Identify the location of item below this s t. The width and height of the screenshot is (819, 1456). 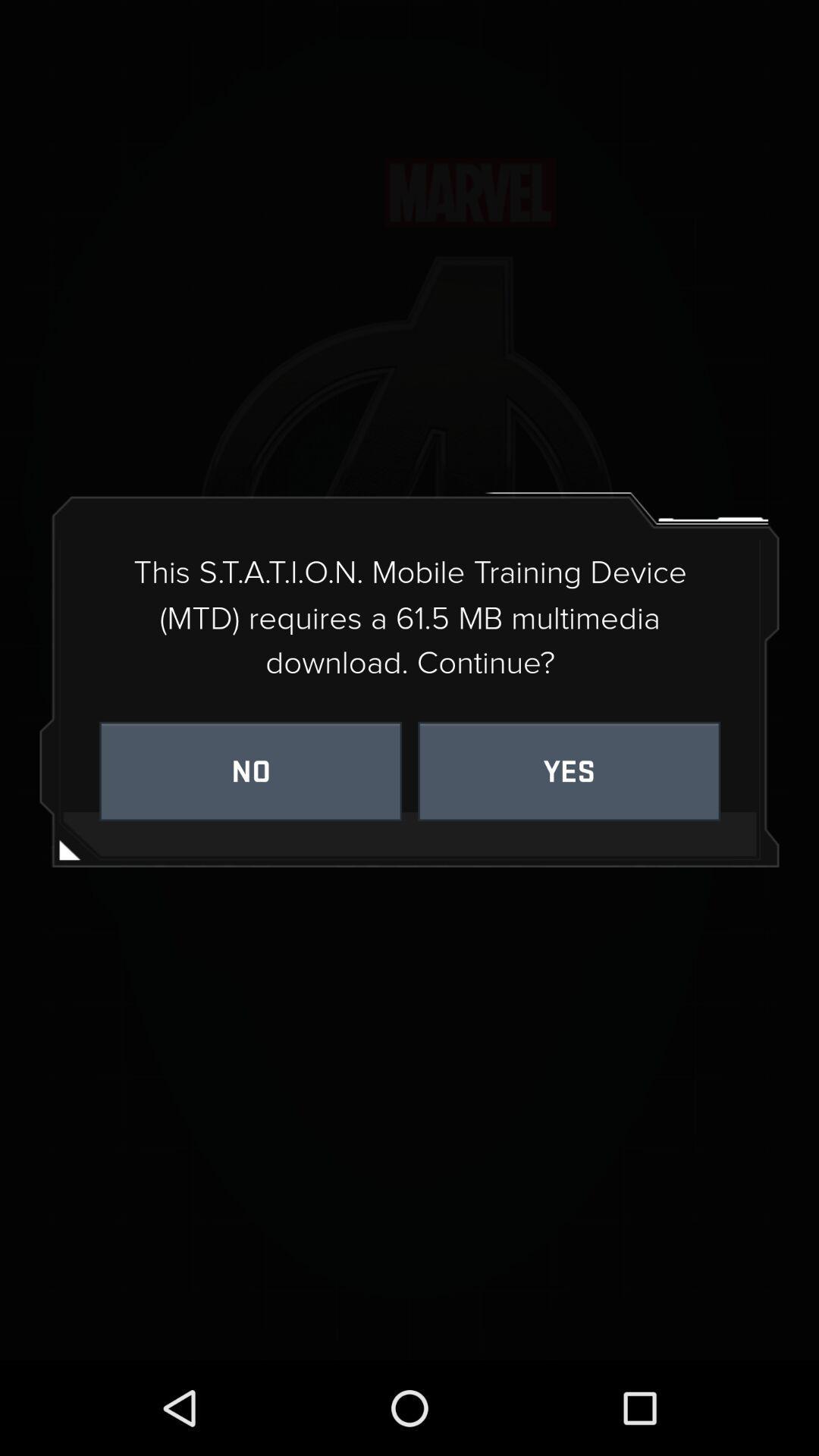
(249, 771).